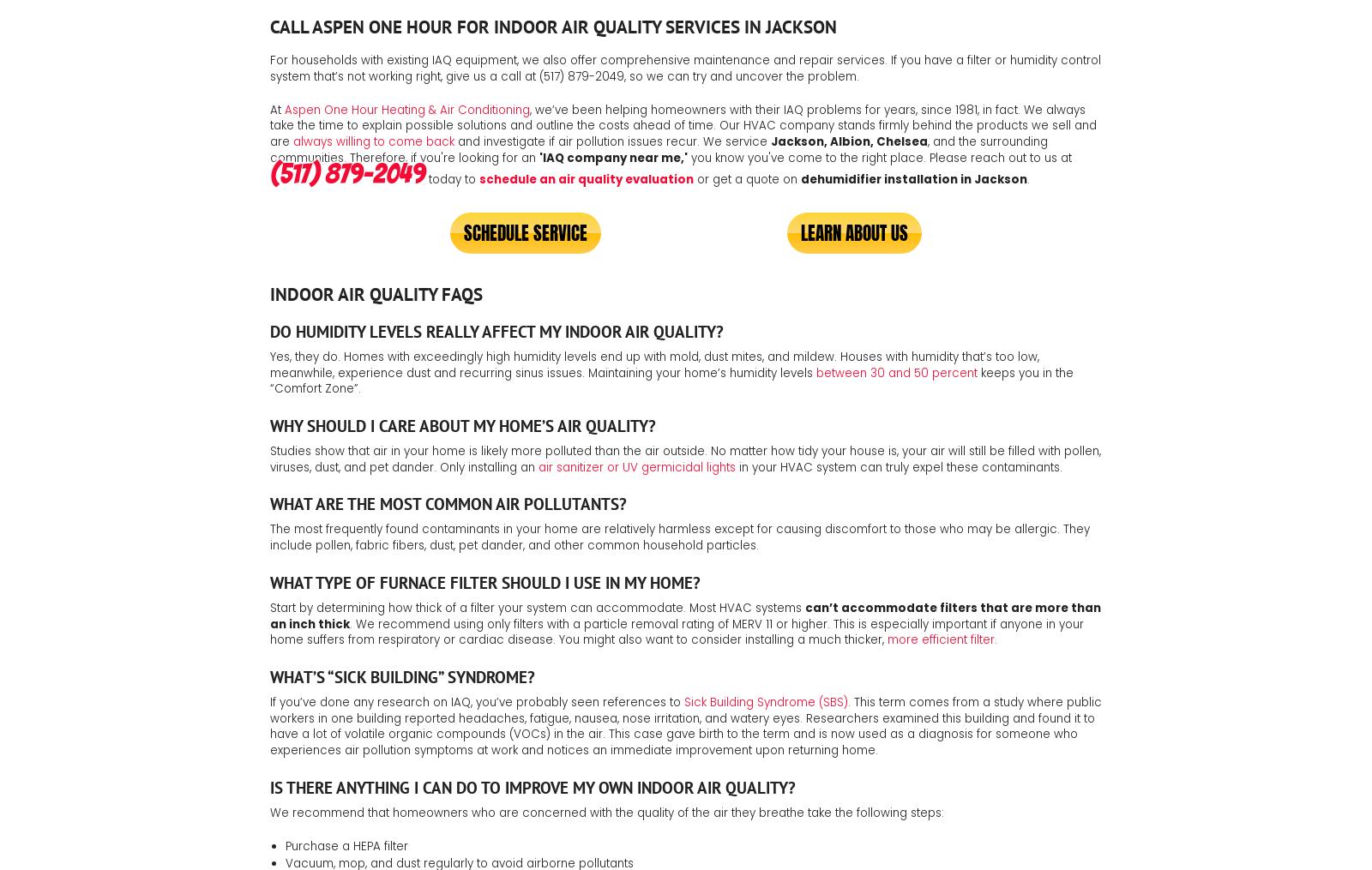 This screenshot has width=1372, height=870. Describe the element at coordinates (285, 109) in the screenshot. I see `'Aspen One Hour Heating & Air Conditioning'` at that location.